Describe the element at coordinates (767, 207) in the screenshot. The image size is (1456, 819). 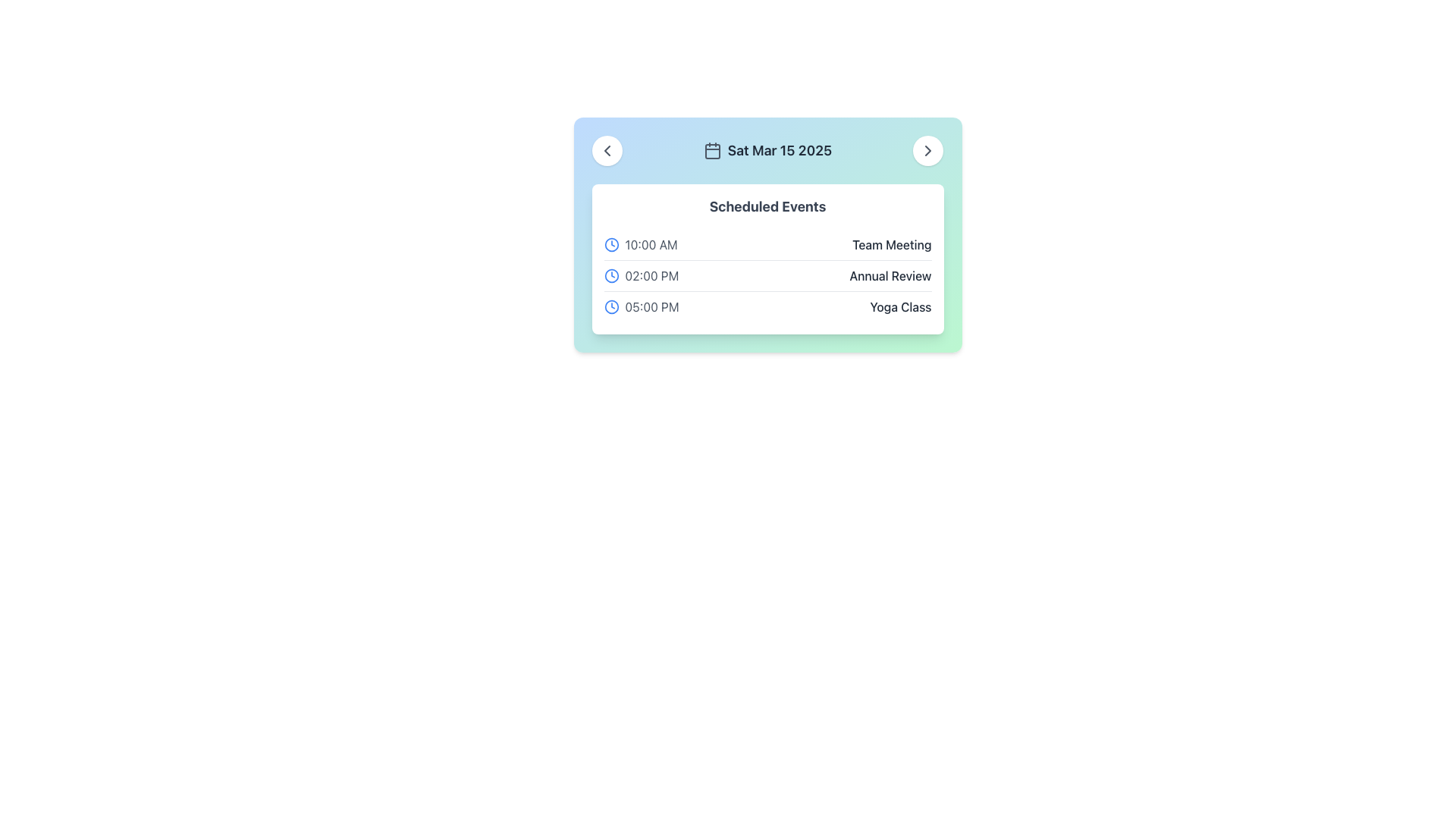
I see `the static text element that serves as the title for the calendar card detailing scheduled events, located at the top of the card` at that location.